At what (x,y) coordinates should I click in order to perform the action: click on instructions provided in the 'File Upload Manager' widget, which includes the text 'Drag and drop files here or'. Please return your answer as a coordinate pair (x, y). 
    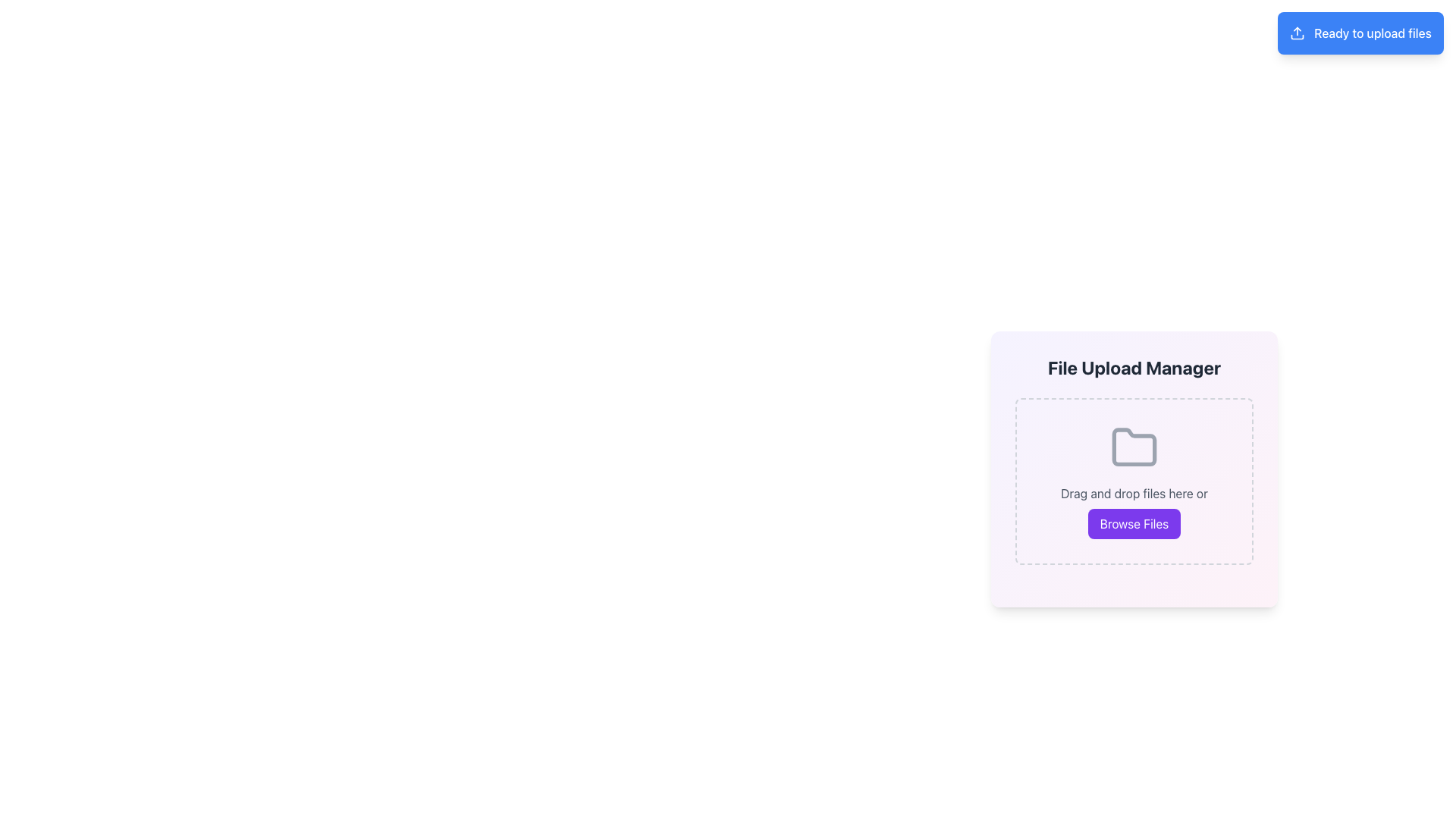
    Looking at the image, I should click on (1134, 468).